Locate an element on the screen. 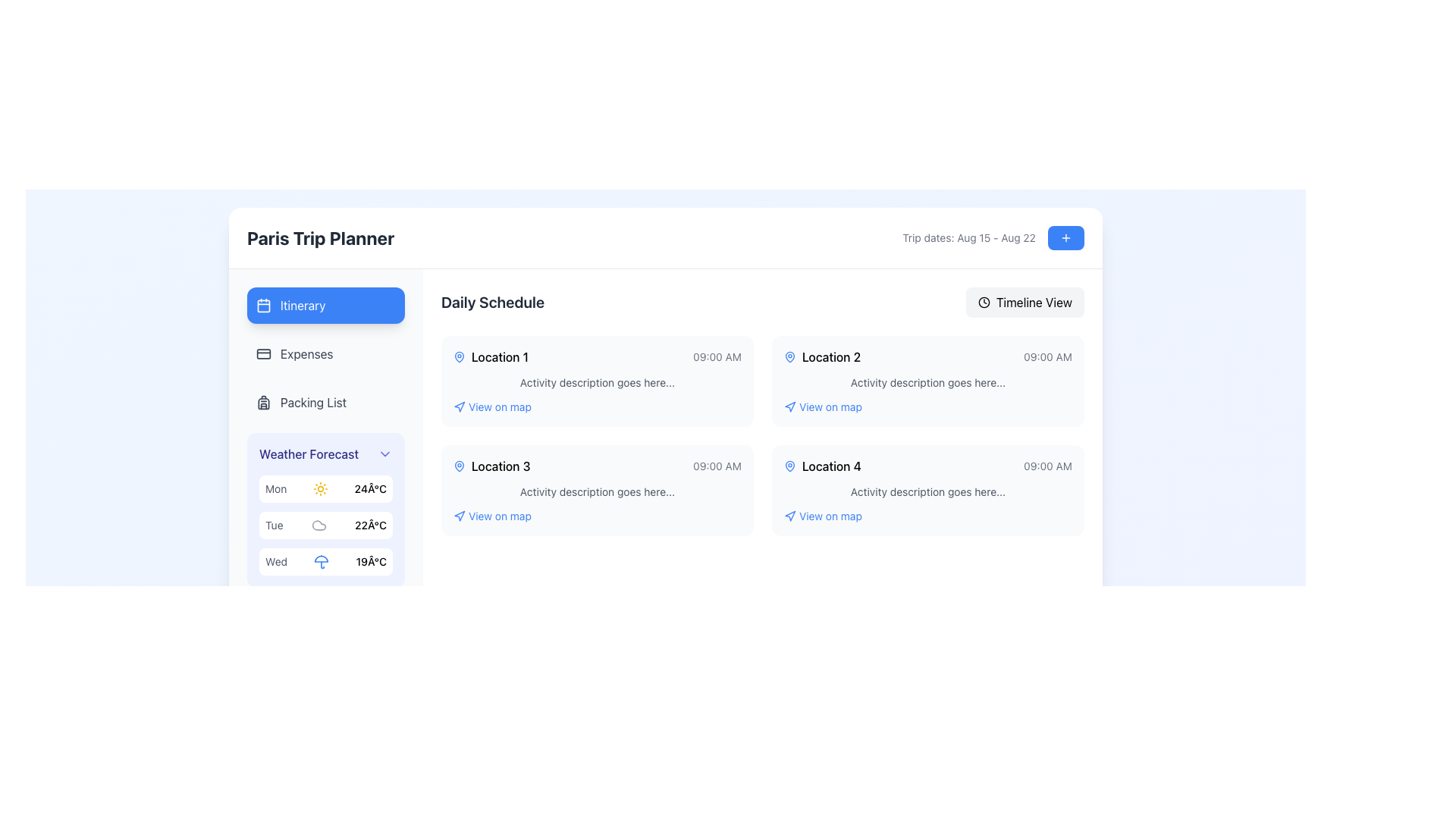  the 'Location 3' label with a map pin icon, located in the center-left portion of the interface under the 'Daily Schedule' section is located at coordinates (491, 465).